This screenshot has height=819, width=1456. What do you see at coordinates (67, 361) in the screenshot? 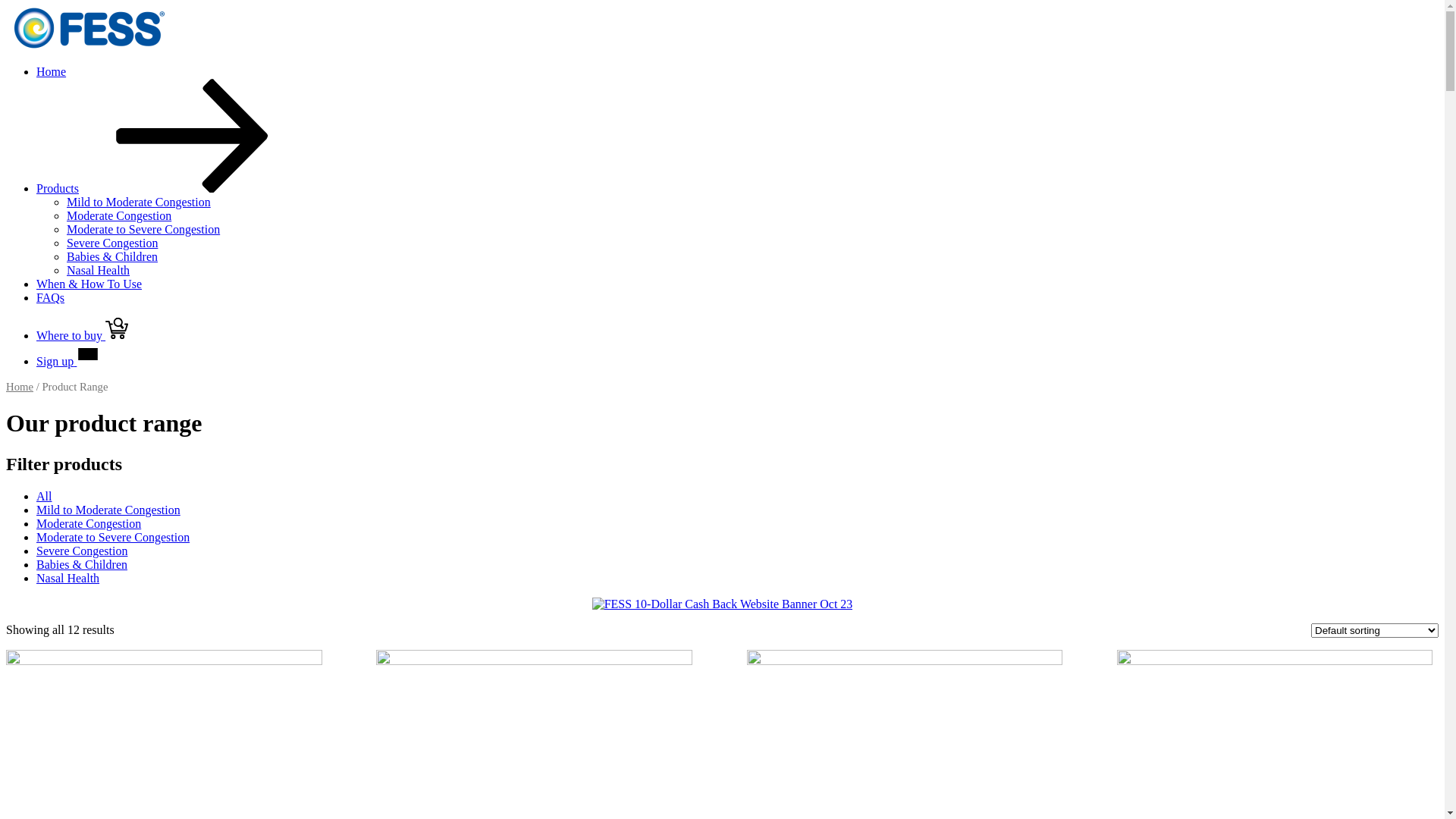
I see `'Sign up'` at bounding box center [67, 361].